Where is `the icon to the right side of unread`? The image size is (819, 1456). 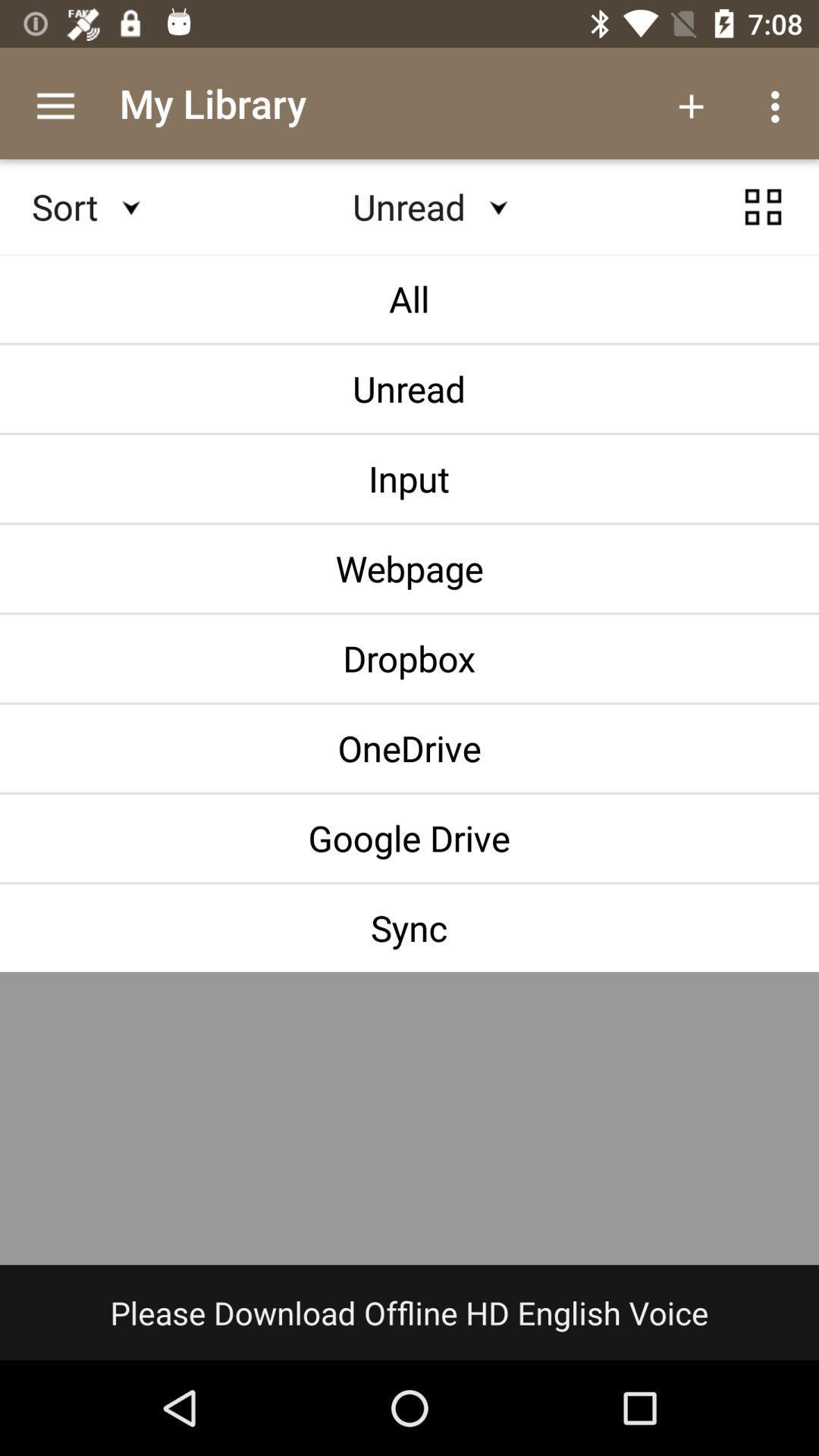 the icon to the right side of unread is located at coordinates (763, 206).